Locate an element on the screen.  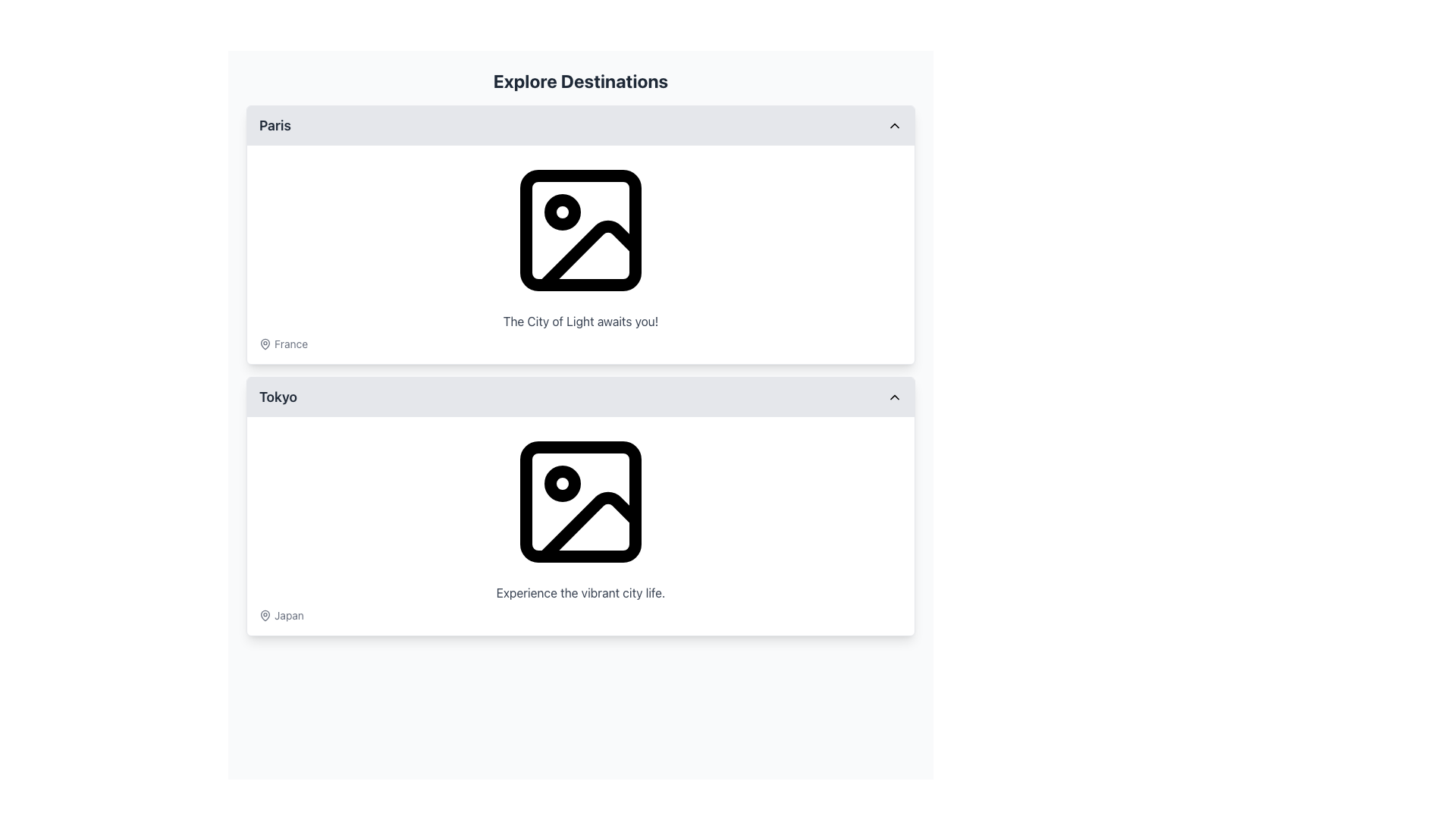
the upward-pointing chevron icon located at the far right side of the header bar of the 'Paris' section is located at coordinates (895, 124).